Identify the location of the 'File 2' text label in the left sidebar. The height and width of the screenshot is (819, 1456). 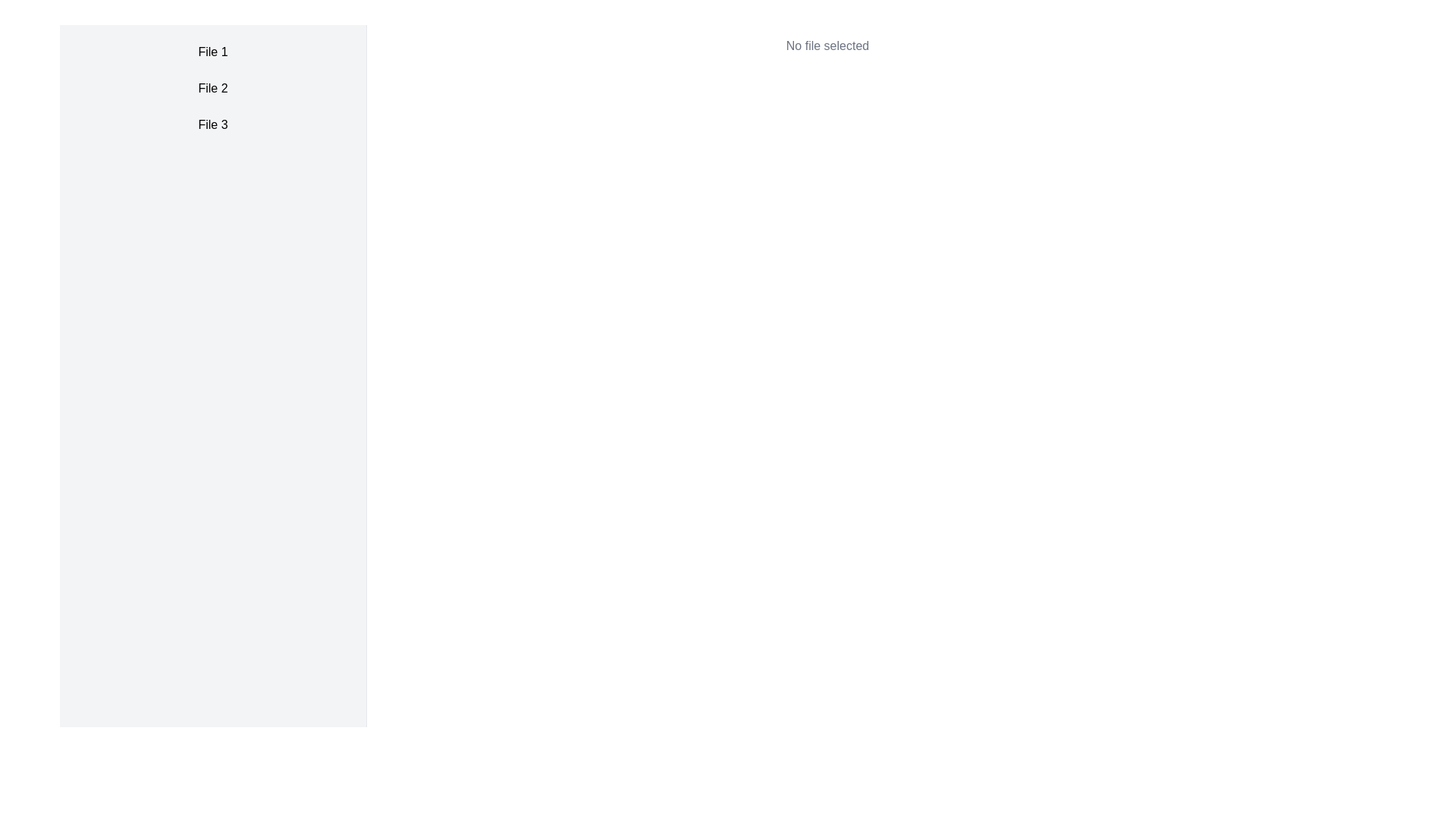
(212, 88).